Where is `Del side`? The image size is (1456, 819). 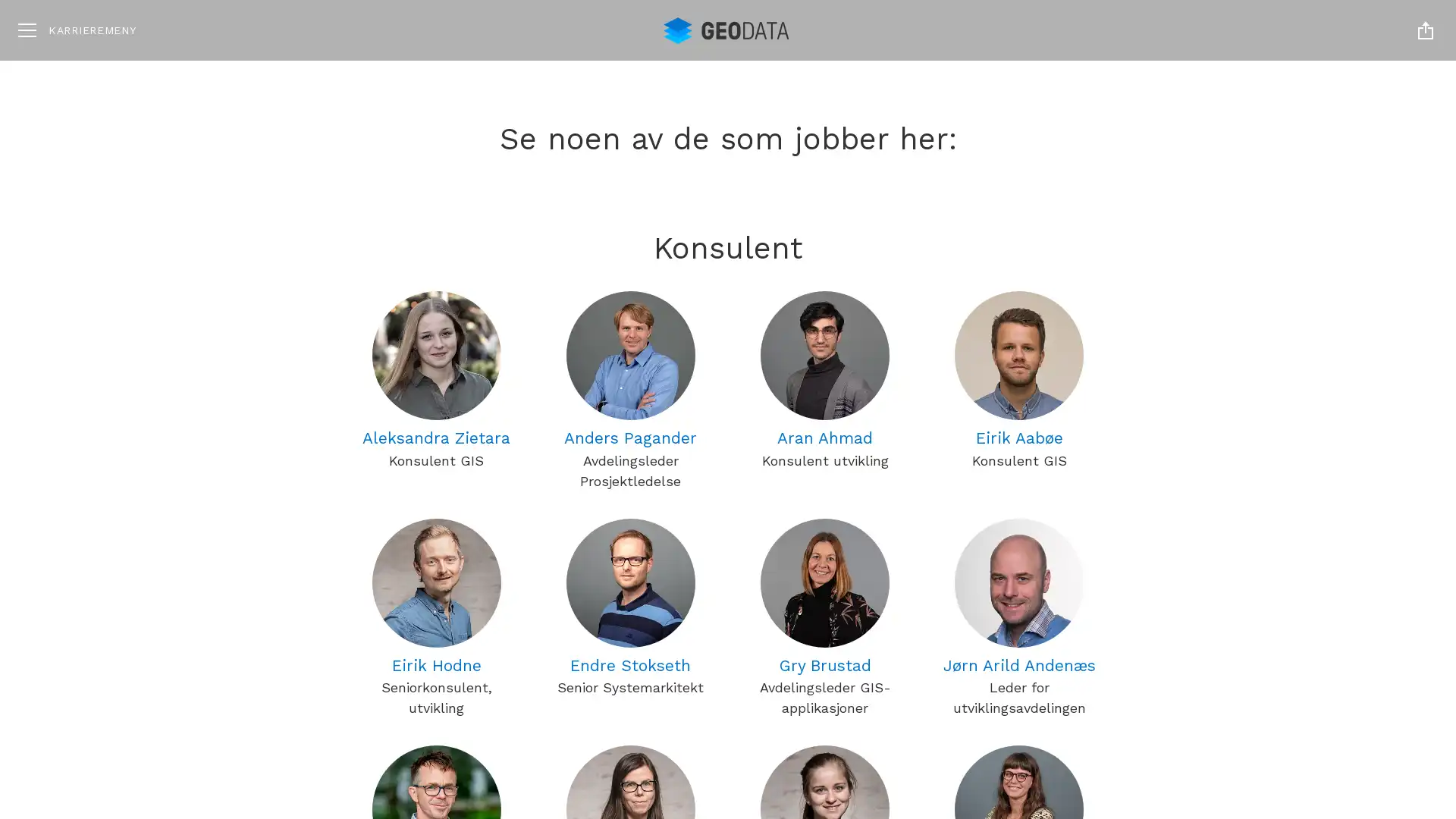 Del side is located at coordinates (1425, 30).